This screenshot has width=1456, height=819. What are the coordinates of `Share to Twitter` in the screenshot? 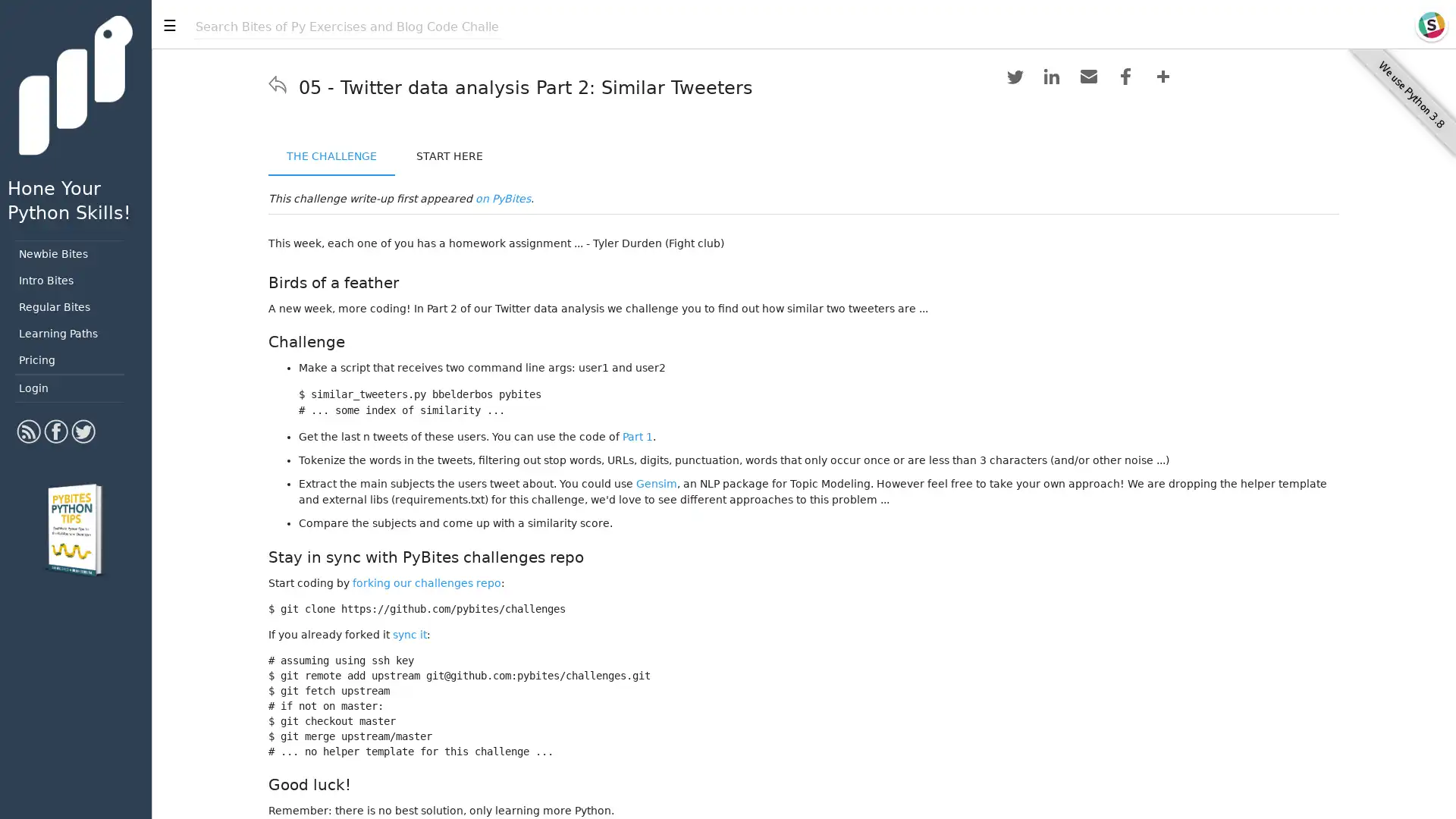 It's located at (1015, 76).